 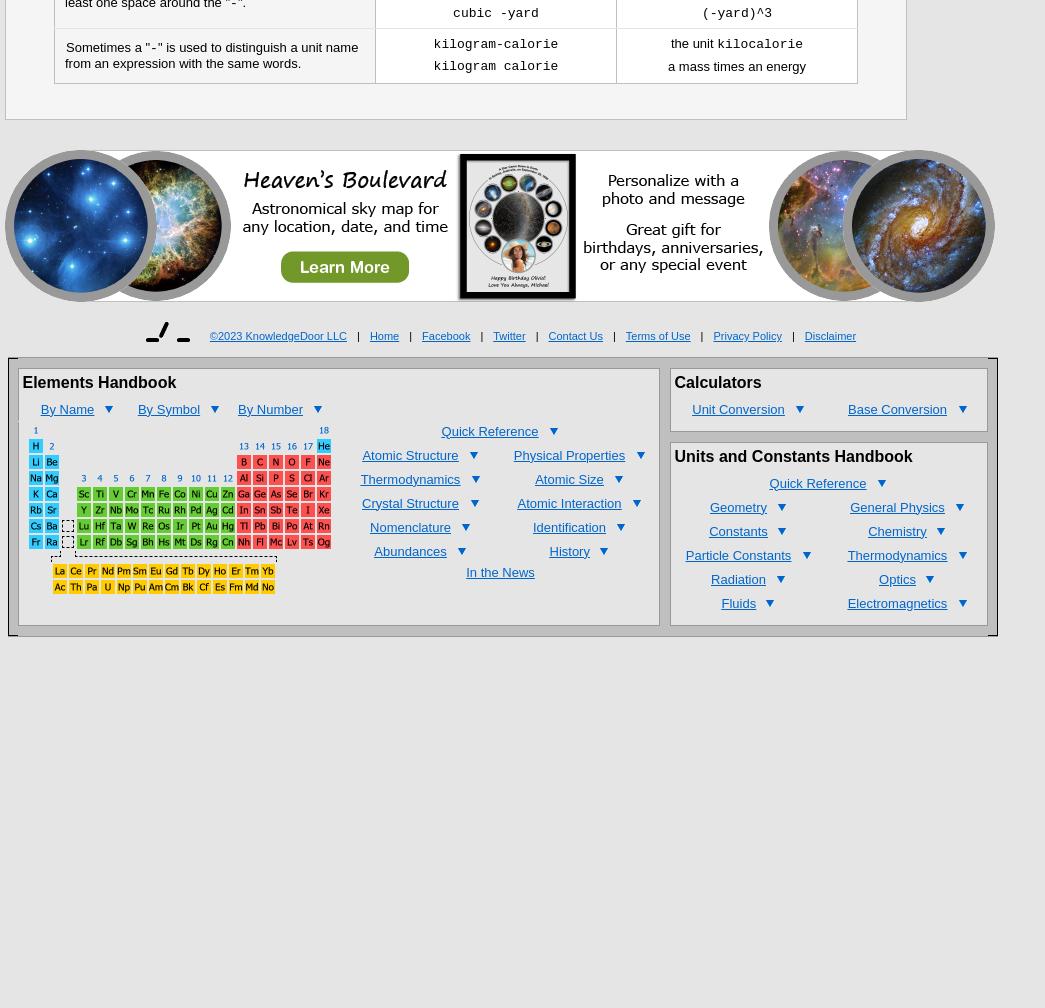 I want to click on '2023 KnowledgeDoor LLC', so click(x=281, y=335).